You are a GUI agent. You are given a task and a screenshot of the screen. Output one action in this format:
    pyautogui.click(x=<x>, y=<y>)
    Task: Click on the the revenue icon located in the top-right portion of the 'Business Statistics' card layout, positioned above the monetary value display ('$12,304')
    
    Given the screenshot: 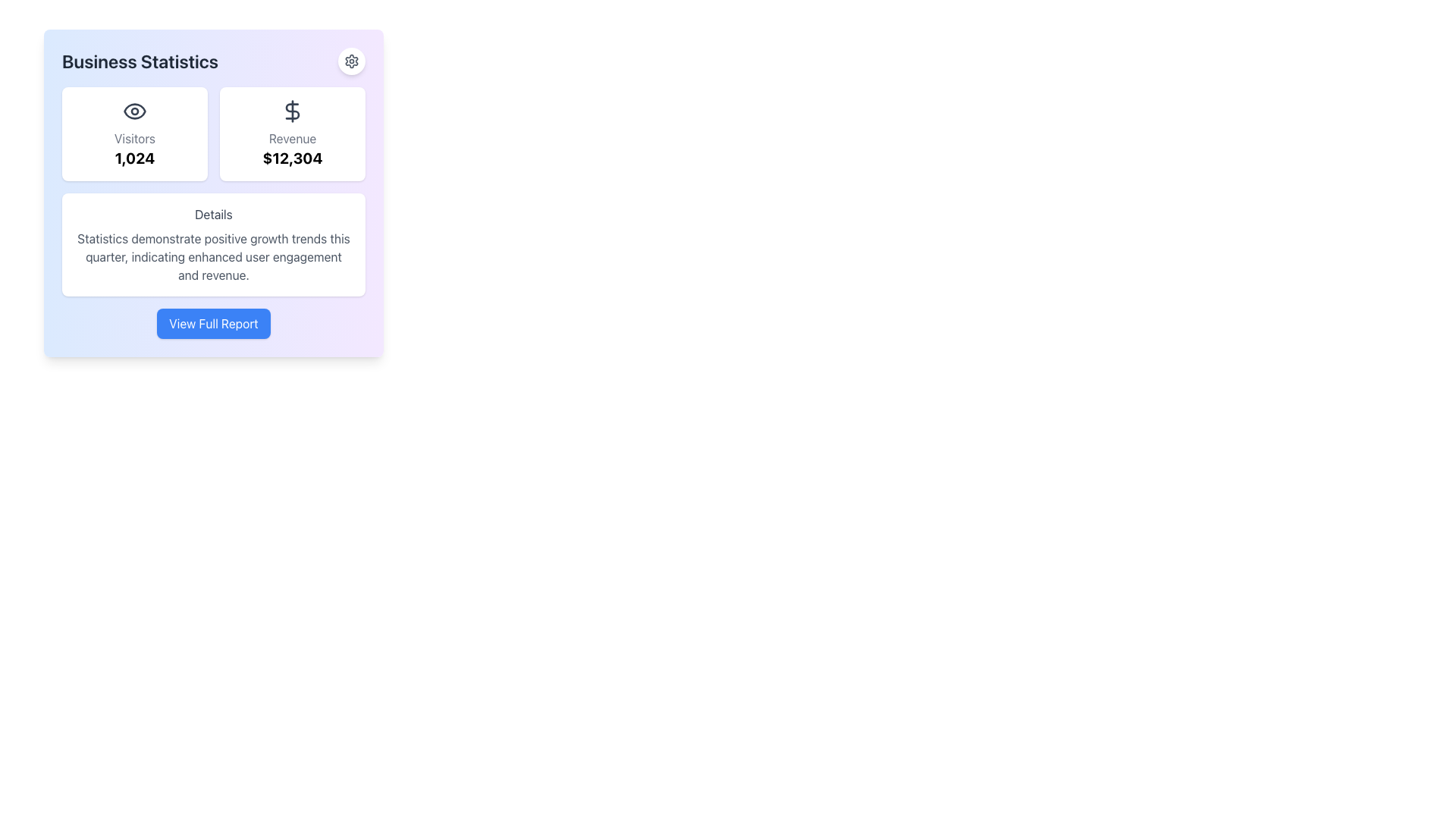 What is the action you would take?
    pyautogui.click(x=292, y=110)
    